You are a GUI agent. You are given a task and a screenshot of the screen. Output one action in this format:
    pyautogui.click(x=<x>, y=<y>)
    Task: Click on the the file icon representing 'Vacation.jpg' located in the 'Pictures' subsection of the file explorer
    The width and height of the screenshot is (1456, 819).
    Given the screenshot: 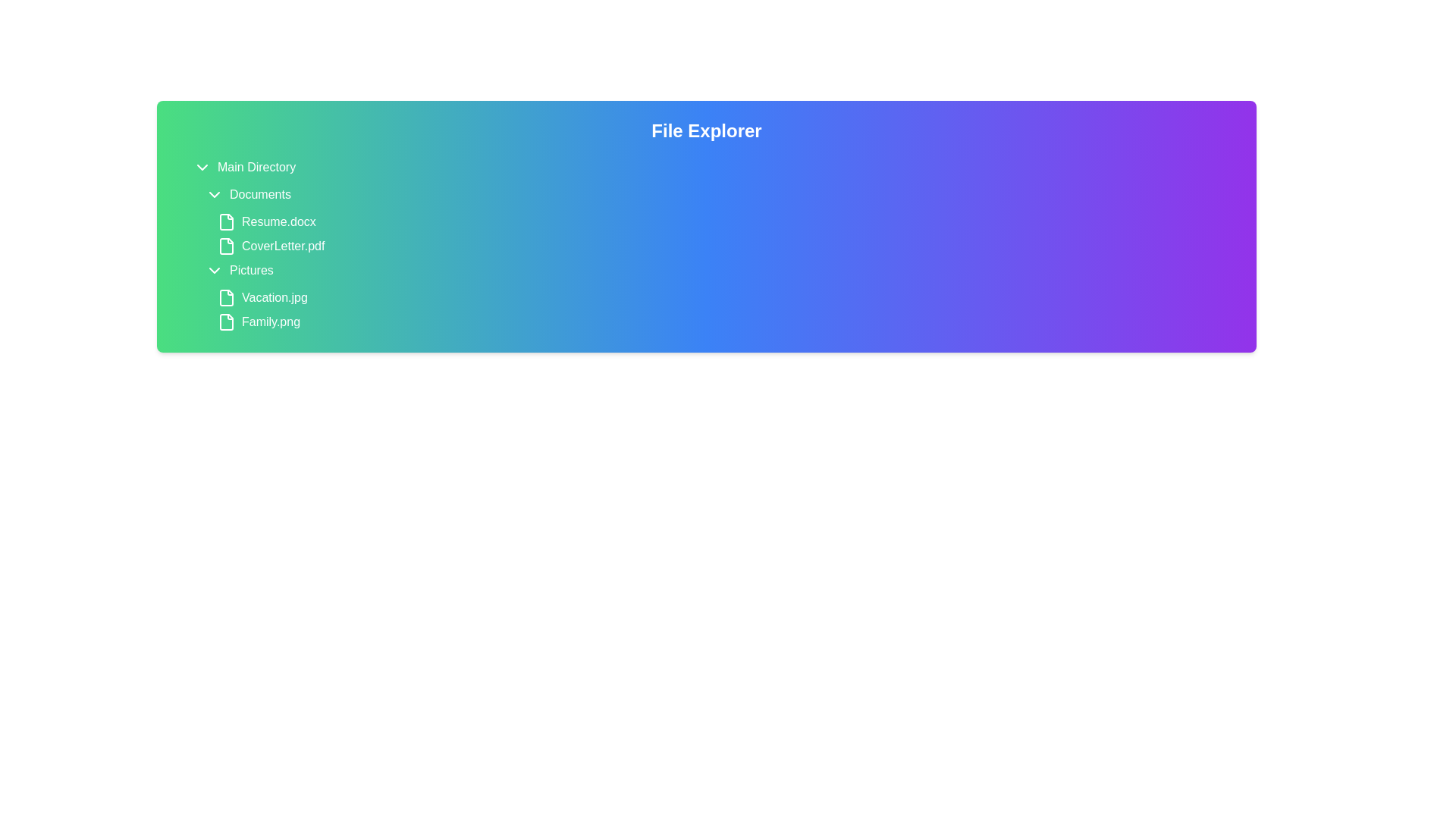 What is the action you would take?
    pyautogui.click(x=225, y=298)
    